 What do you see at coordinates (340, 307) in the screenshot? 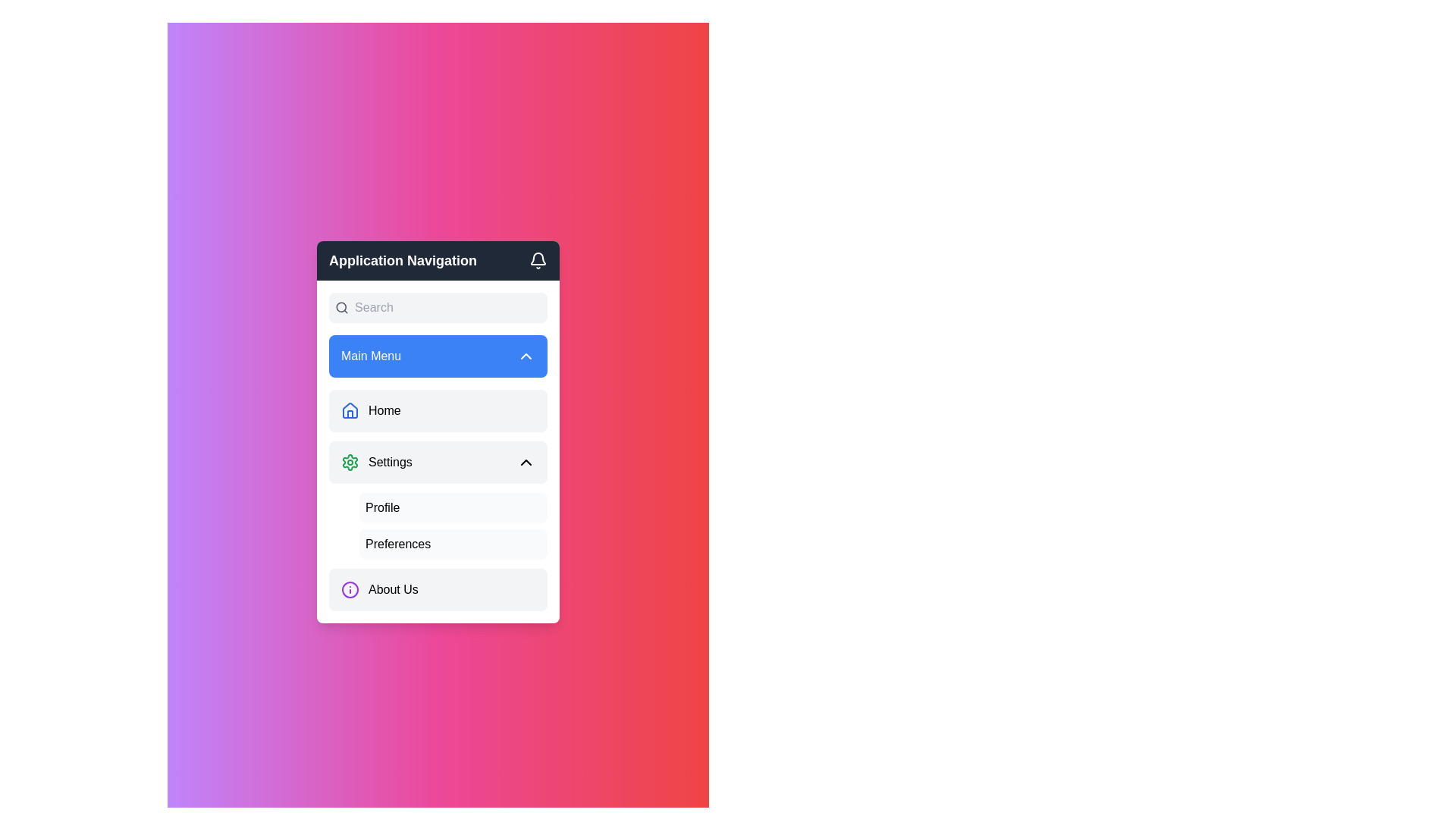
I see `the graphical circle element representing the base of the search icon located in the top-right corner of the navigation panel` at bounding box center [340, 307].